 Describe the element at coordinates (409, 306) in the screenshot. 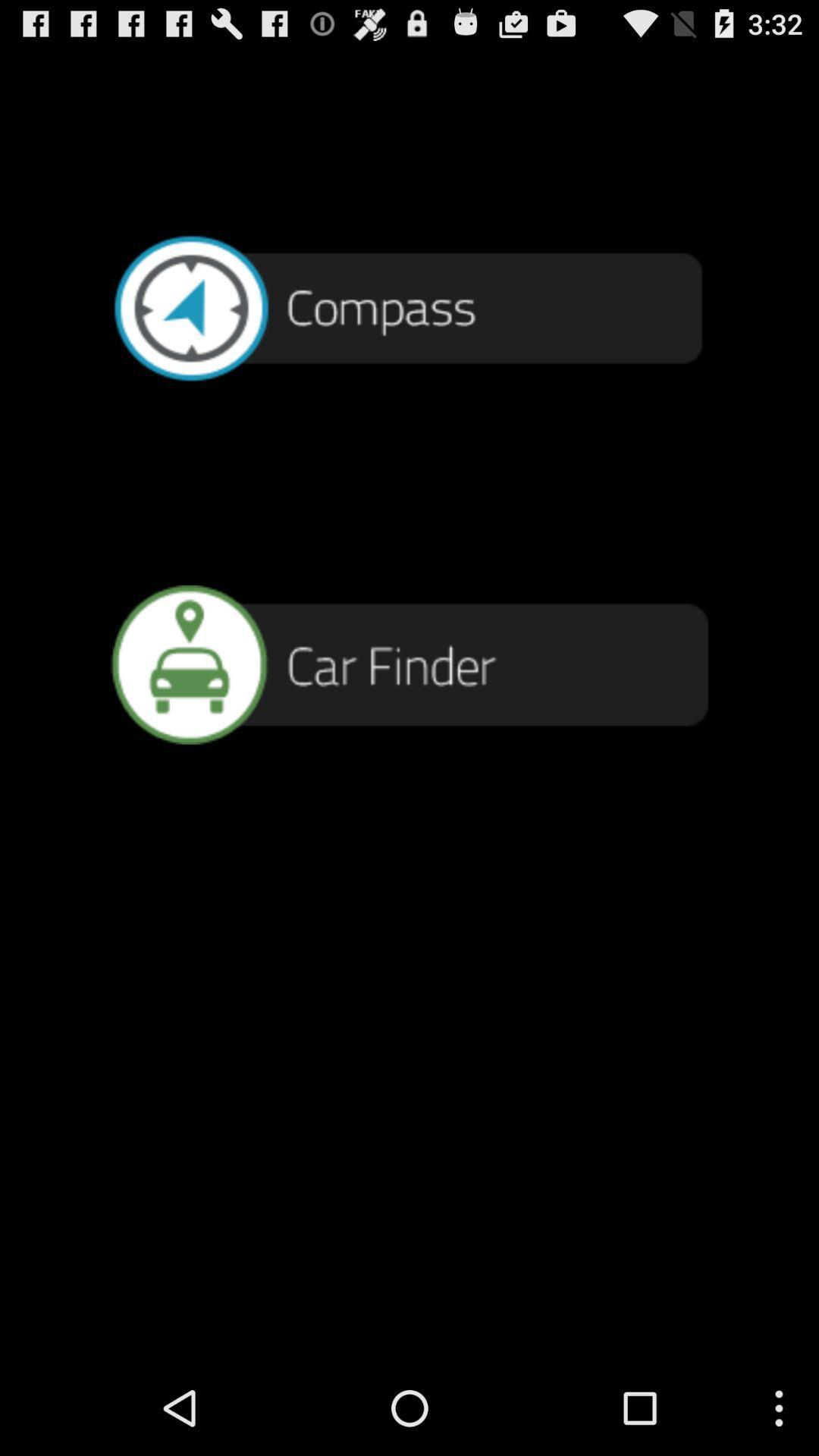

I see `compass icon` at that location.